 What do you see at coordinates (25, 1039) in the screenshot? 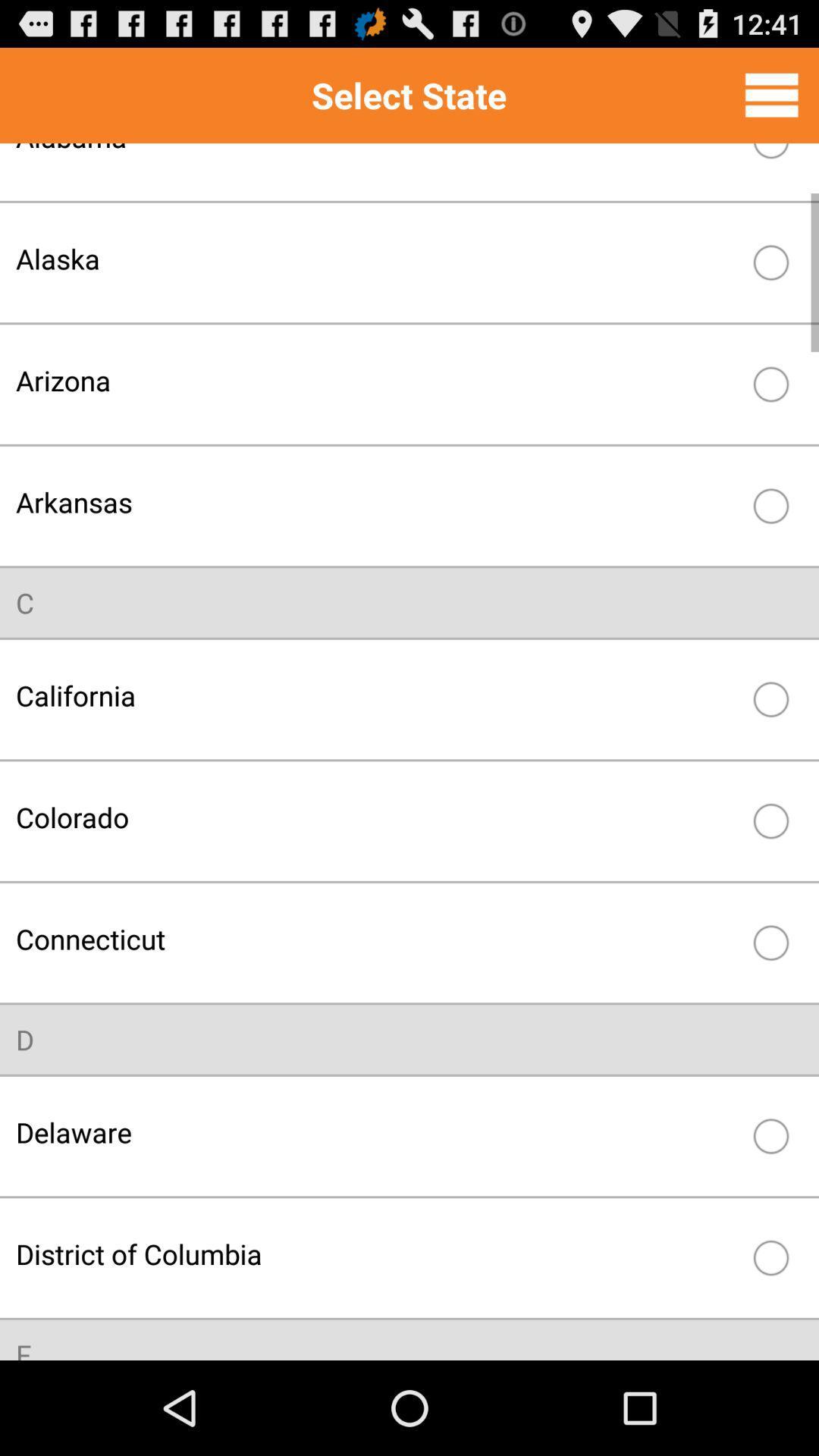
I see `icon below connecticut icon` at bounding box center [25, 1039].